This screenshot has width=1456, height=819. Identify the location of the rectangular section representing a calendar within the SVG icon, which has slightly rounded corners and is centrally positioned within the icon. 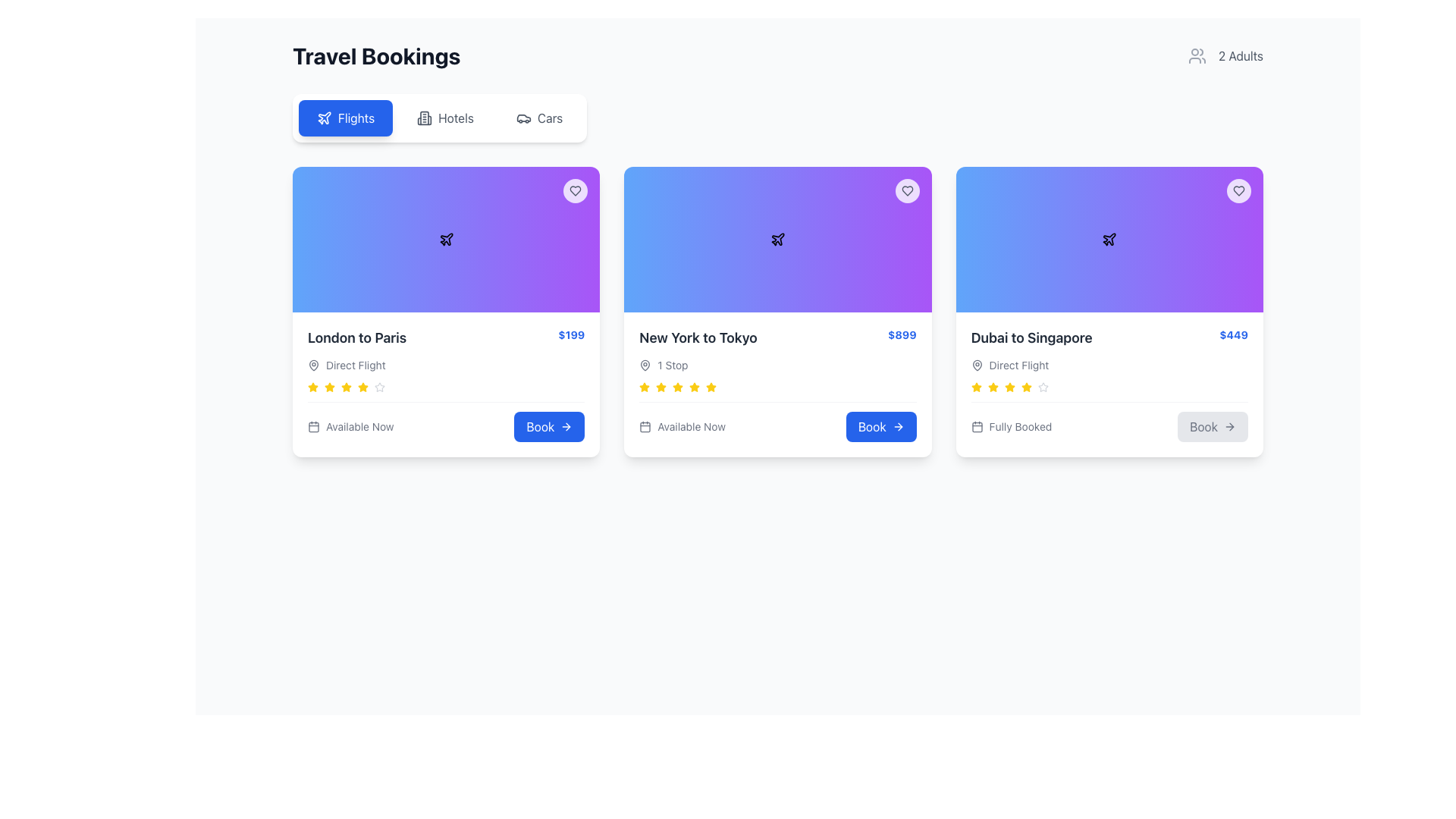
(645, 427).